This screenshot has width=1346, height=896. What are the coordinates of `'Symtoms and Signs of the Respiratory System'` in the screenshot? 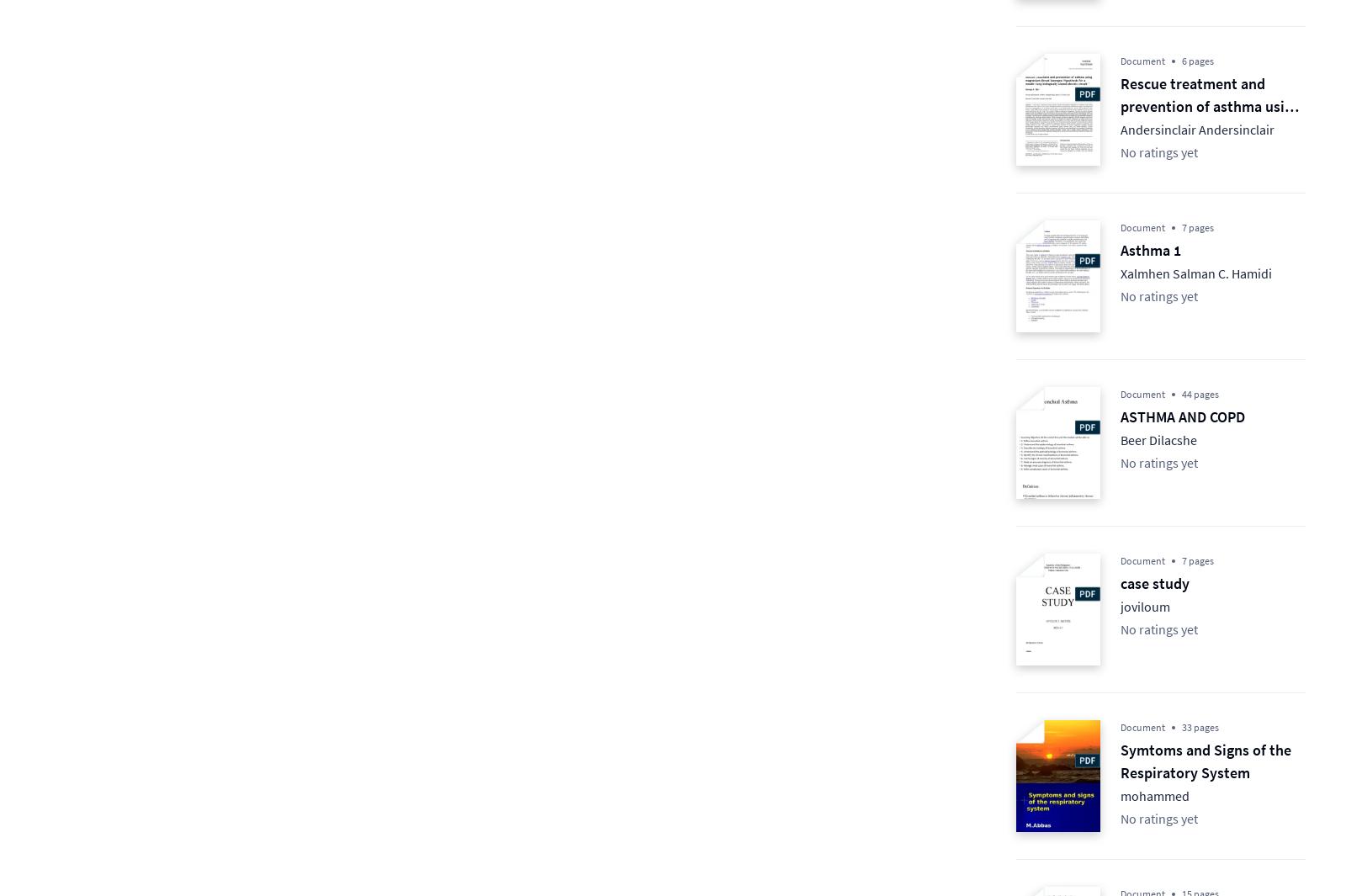 It's located at (1206, 761).